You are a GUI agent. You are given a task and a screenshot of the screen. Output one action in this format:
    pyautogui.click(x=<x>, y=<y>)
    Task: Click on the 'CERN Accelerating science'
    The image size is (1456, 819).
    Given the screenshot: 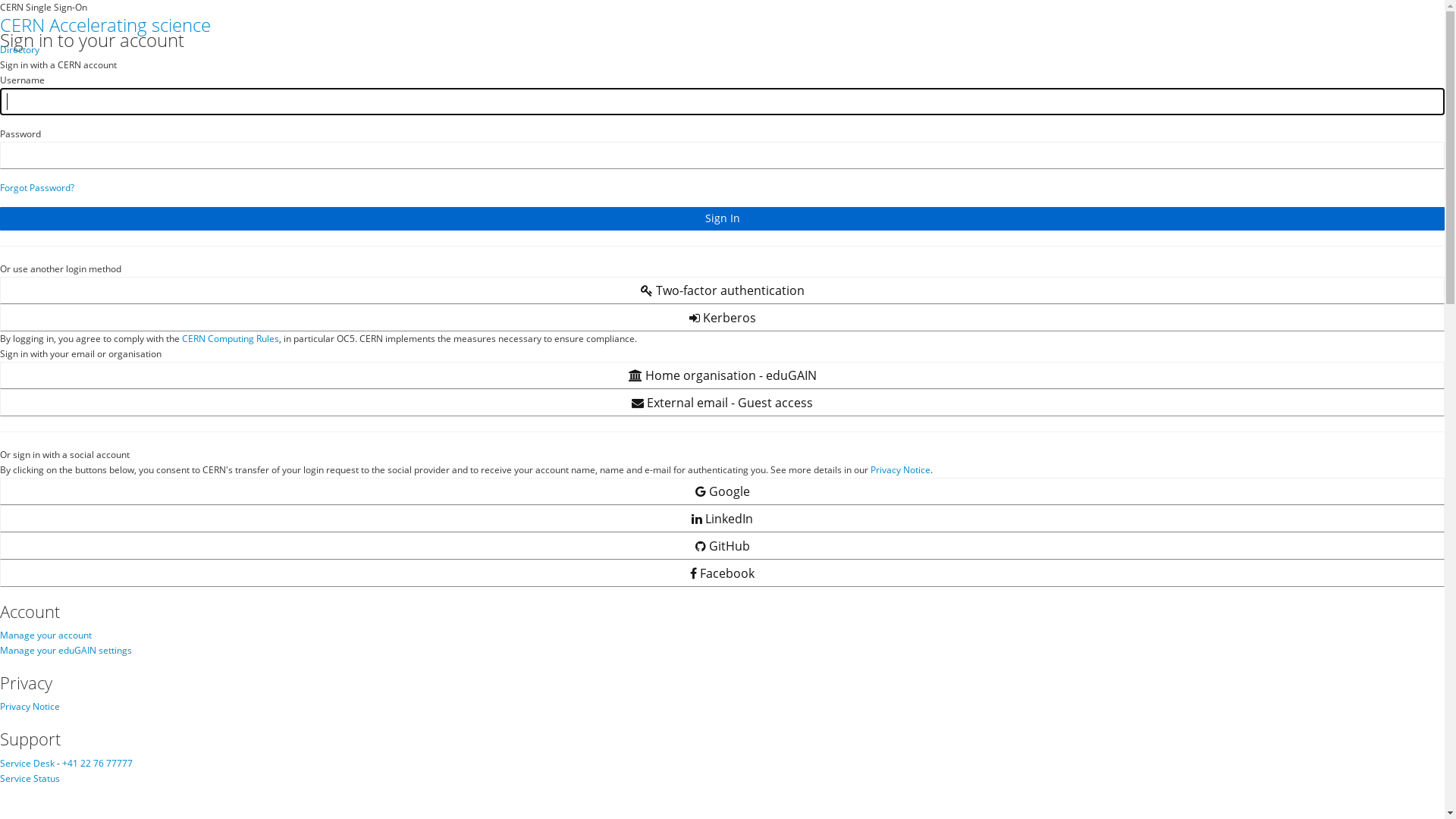 What is the action you would take?
    pyautogui.click(x=105, y=24)
    